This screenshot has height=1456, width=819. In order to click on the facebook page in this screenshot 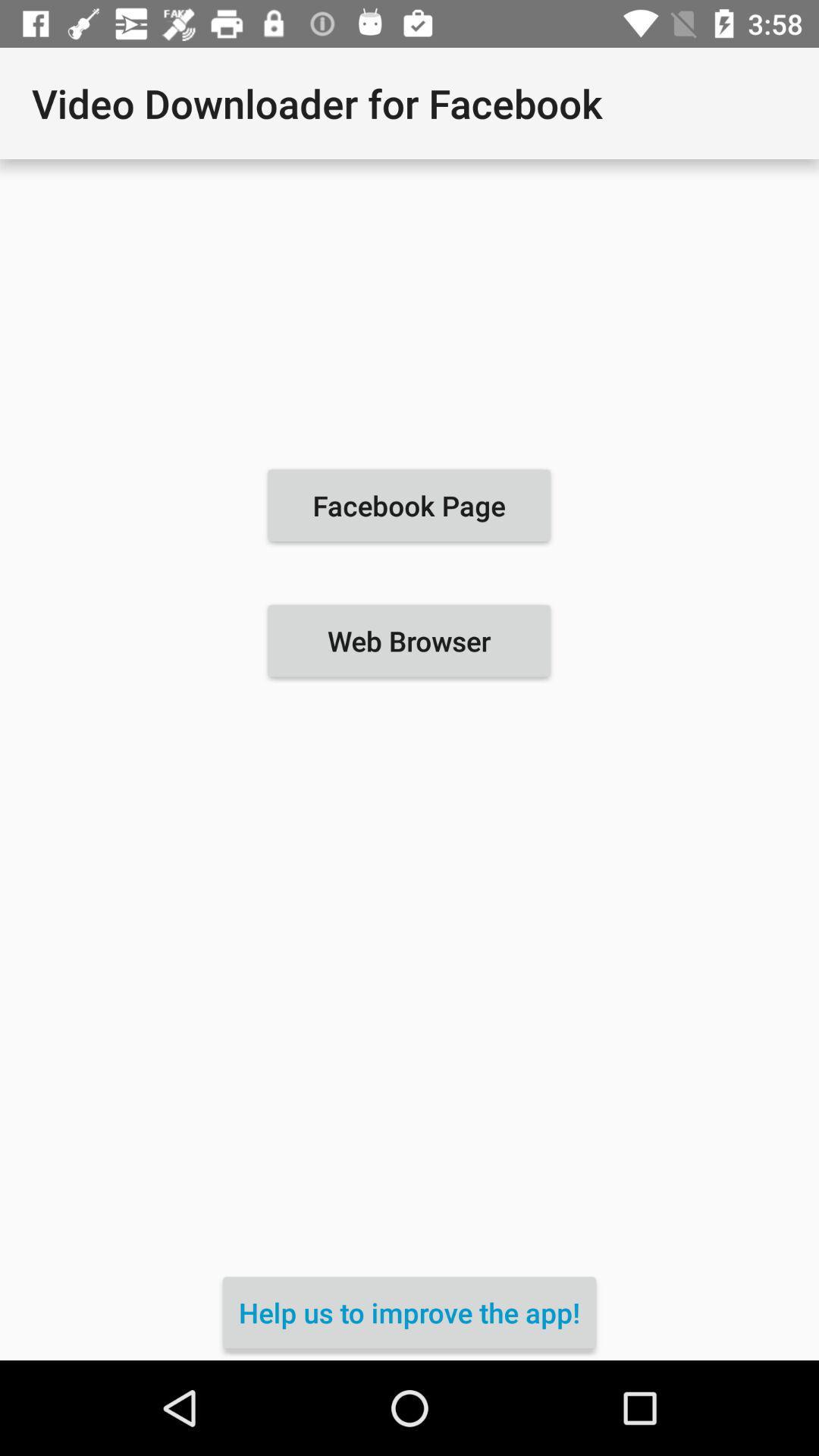, I will do `click(408, 505)`.